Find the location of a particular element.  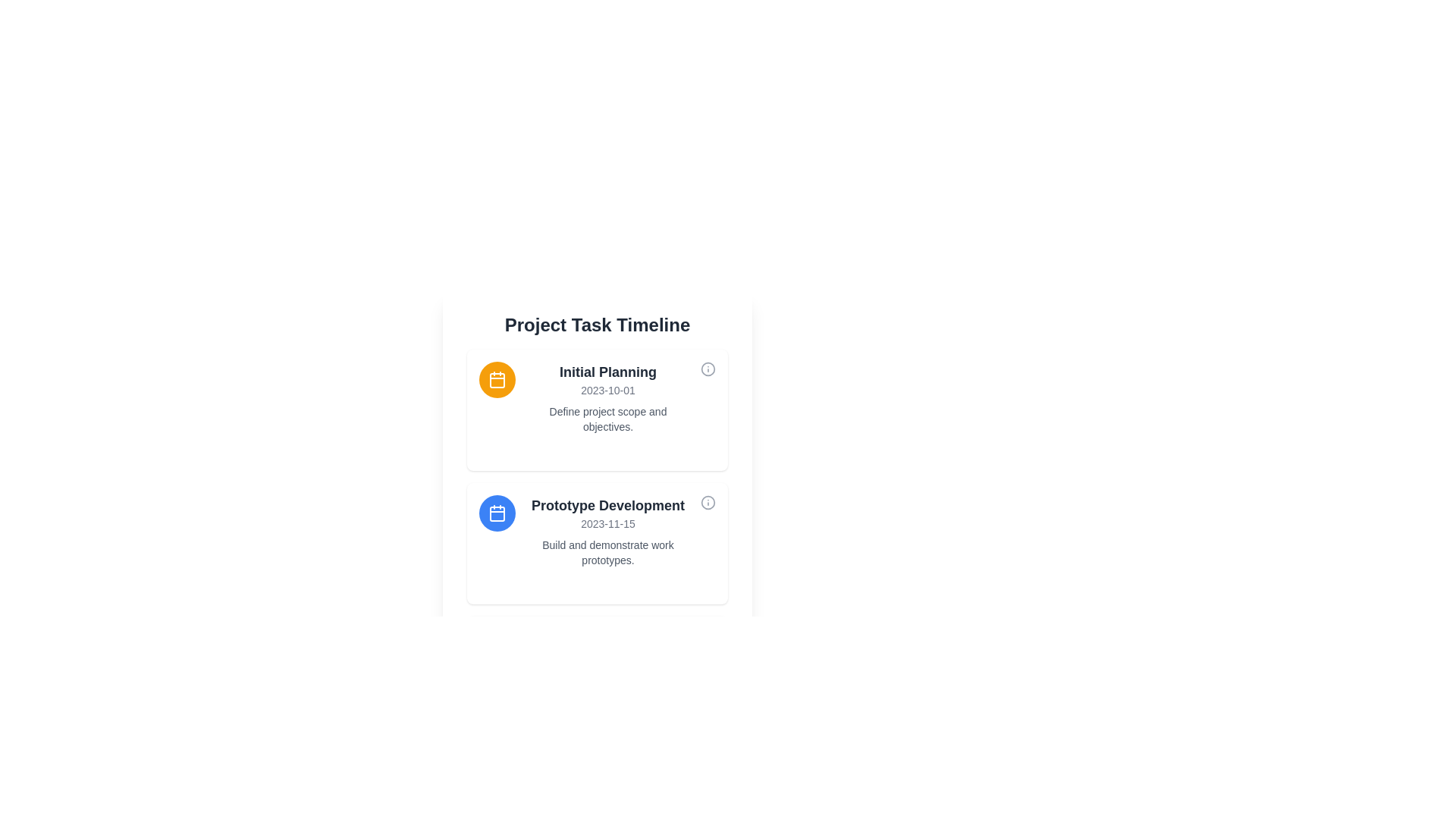

informational text block located under the 'Initial Planning' section, which provides details about the project tasks, specifically positioned between the date '2023-10-01' and the status label 'Pending' is located at coordinates (607, 419).